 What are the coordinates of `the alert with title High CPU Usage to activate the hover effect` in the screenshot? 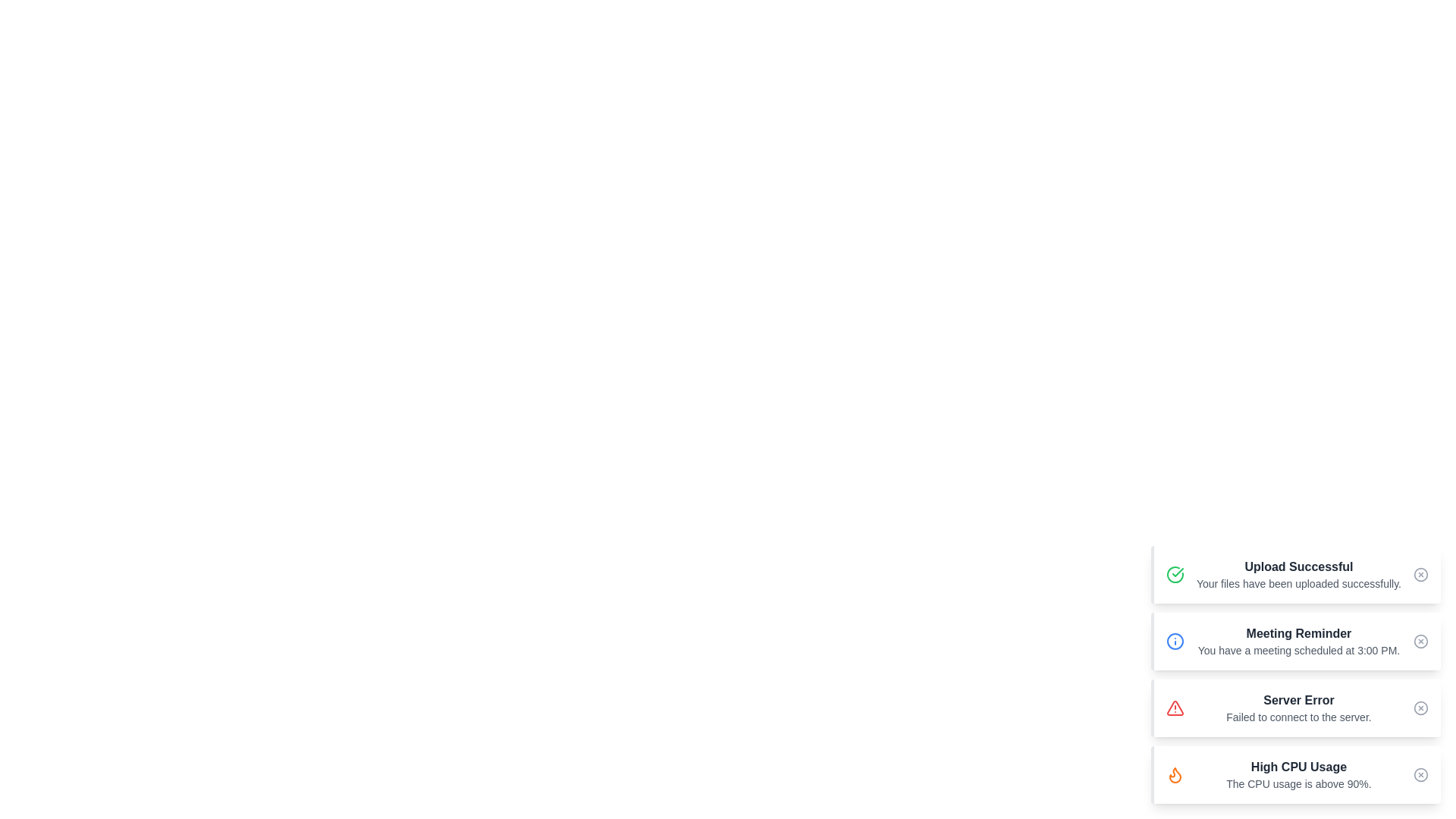 It's located at (1294, 775).